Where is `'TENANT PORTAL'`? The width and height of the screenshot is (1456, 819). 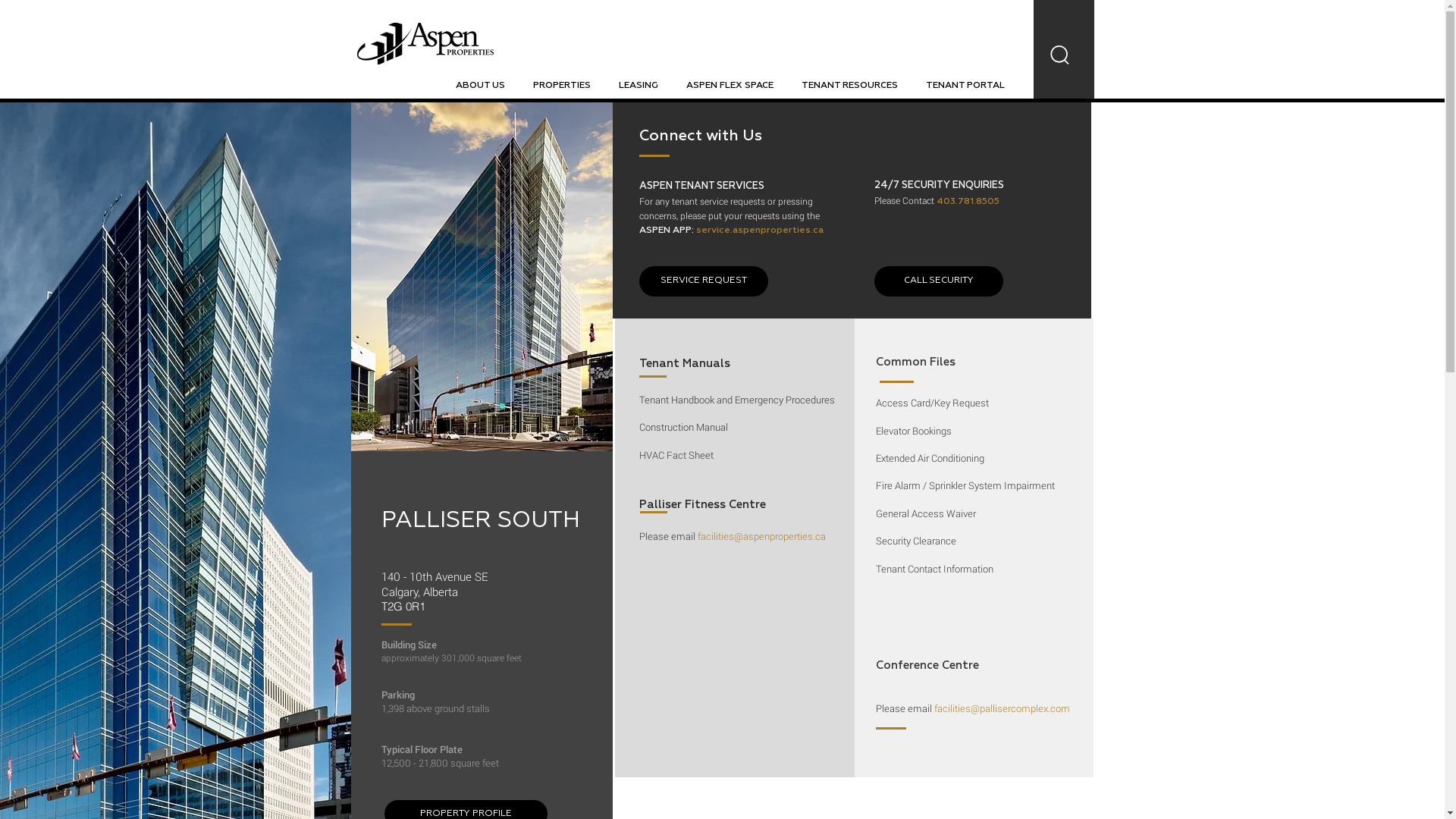 'TENANT PORTAL' is located at coordinates (964, 85).